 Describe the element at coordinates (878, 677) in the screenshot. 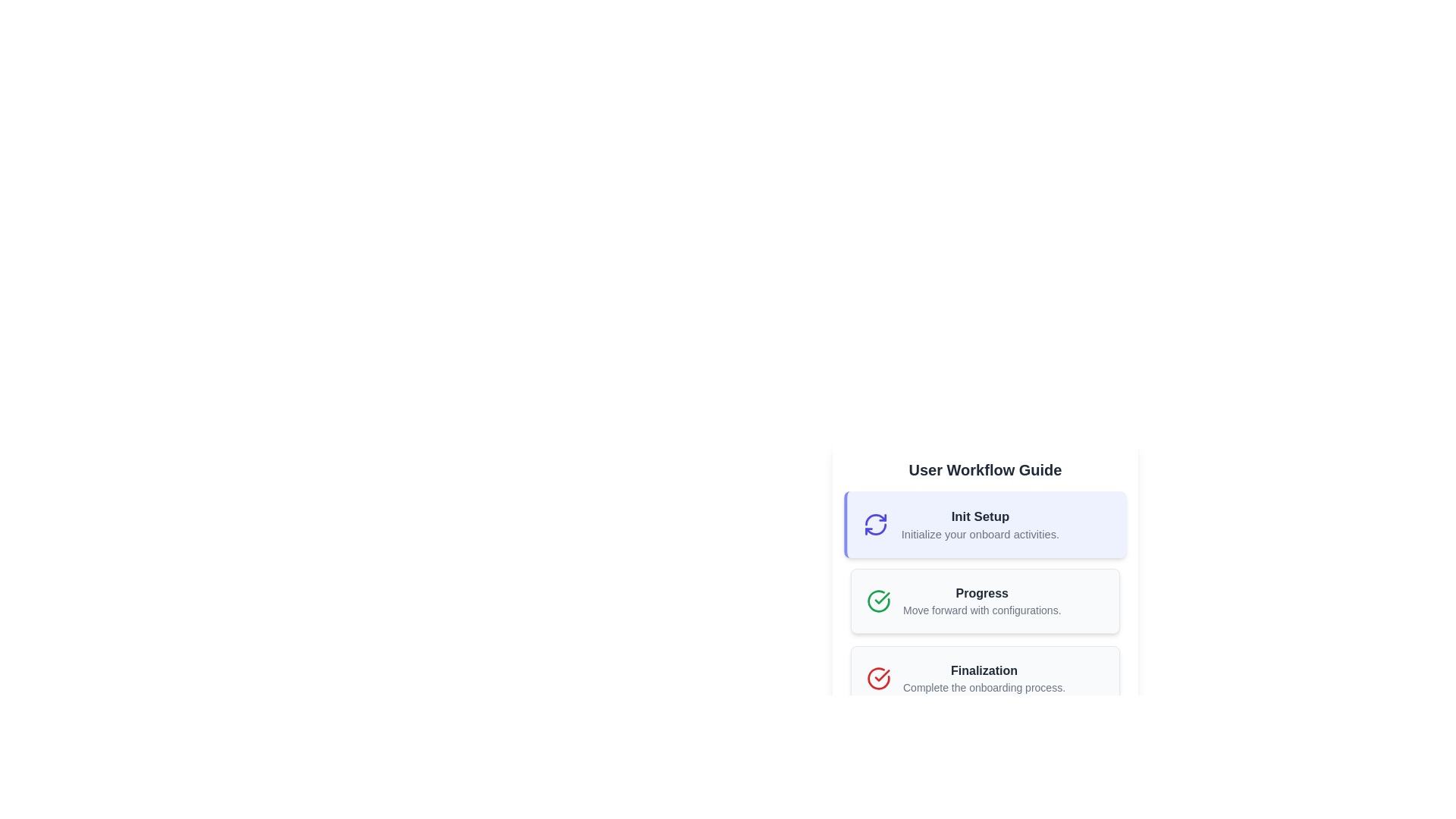

I see `the circular red icon with a white checkmark located in the 'Finalization' section of the 'User Workflow Guide', which indicates a completed task` at that location.